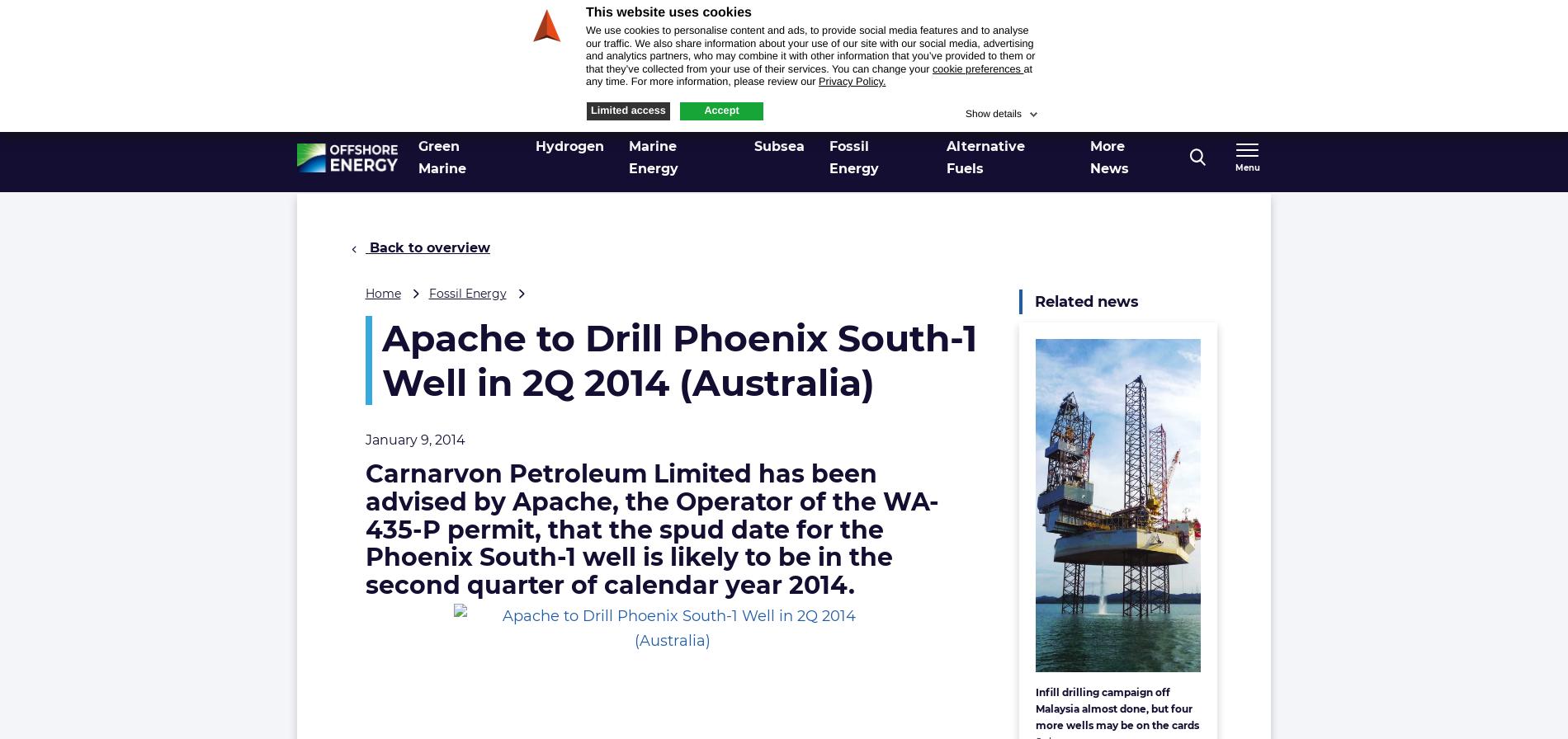 The width and height of the screenshot is (1568, 739). Describe the element at coordinates (1116, 708) in the screenshot. I see `'Infill drilling campaign off Malaysia almost done, but four more wells may be on the cards'` at that location.